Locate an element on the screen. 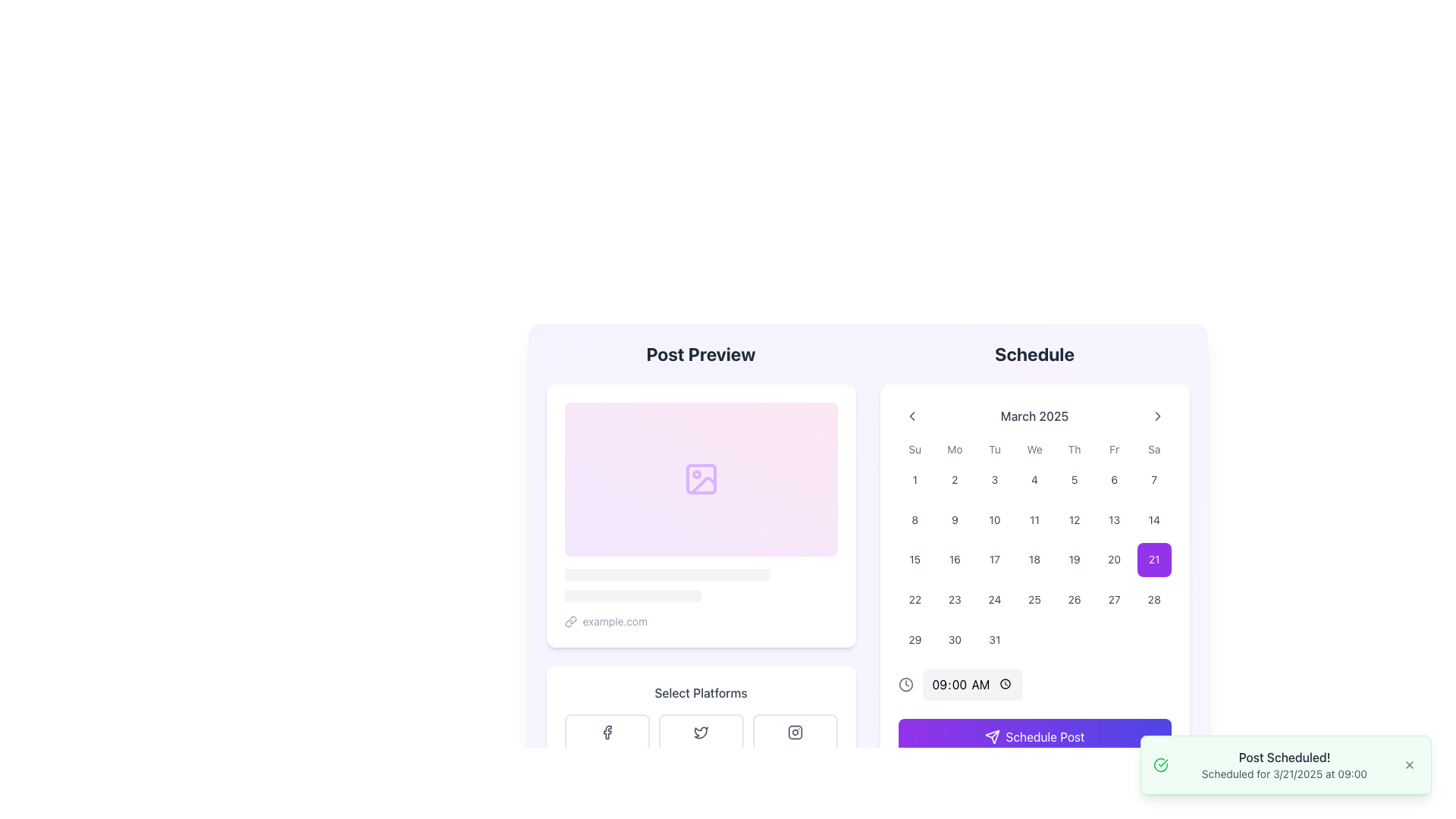 The height and width of the screenshot is (819, 1456). the downward-facing chevron icon to advance to the next month in the calendar section of the 'Schedule' is located at coordinates (1156, 416).